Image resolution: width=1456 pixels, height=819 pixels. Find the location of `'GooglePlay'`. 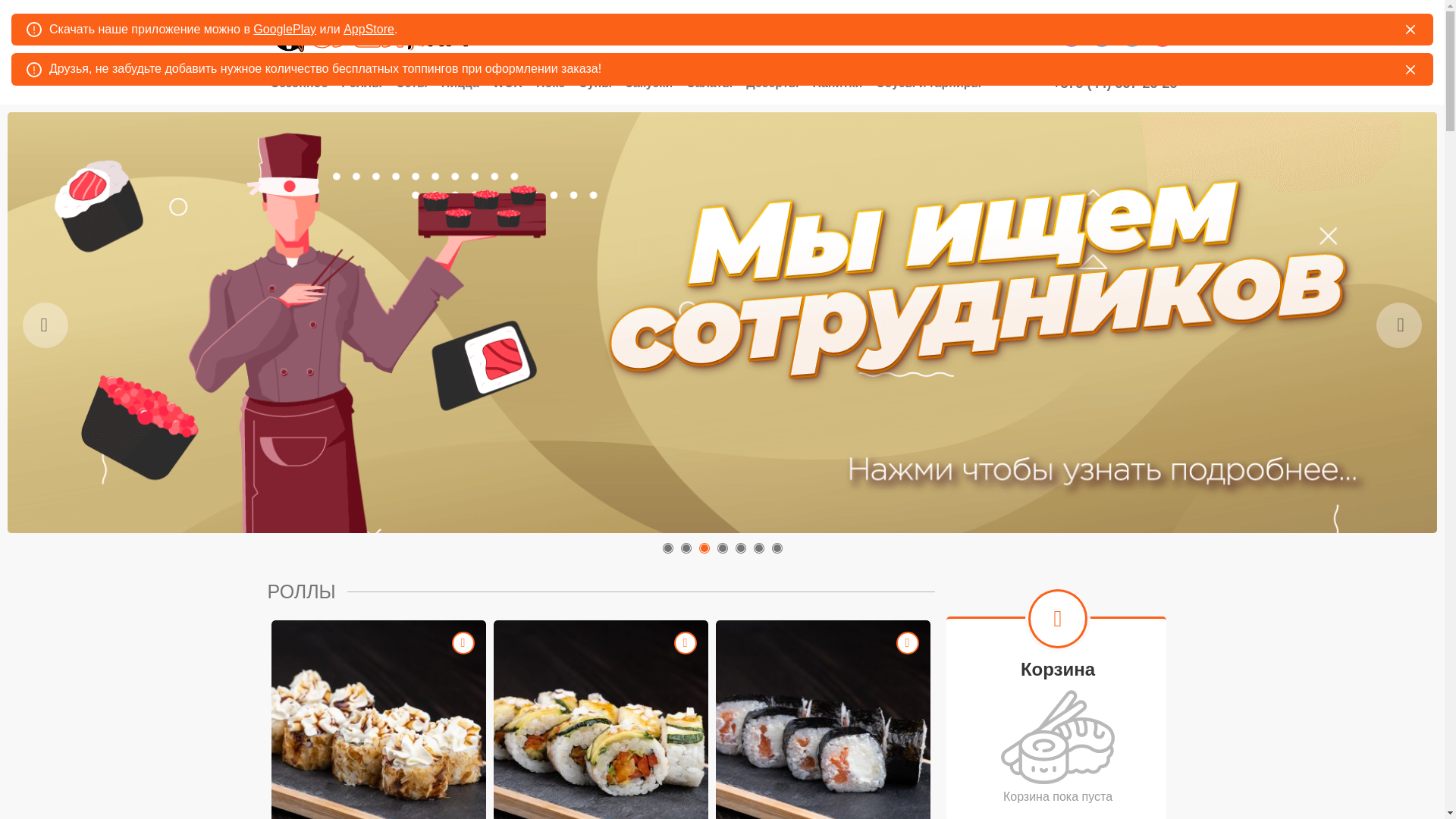

'GooglePlay' is located at coordinates (284, 29).